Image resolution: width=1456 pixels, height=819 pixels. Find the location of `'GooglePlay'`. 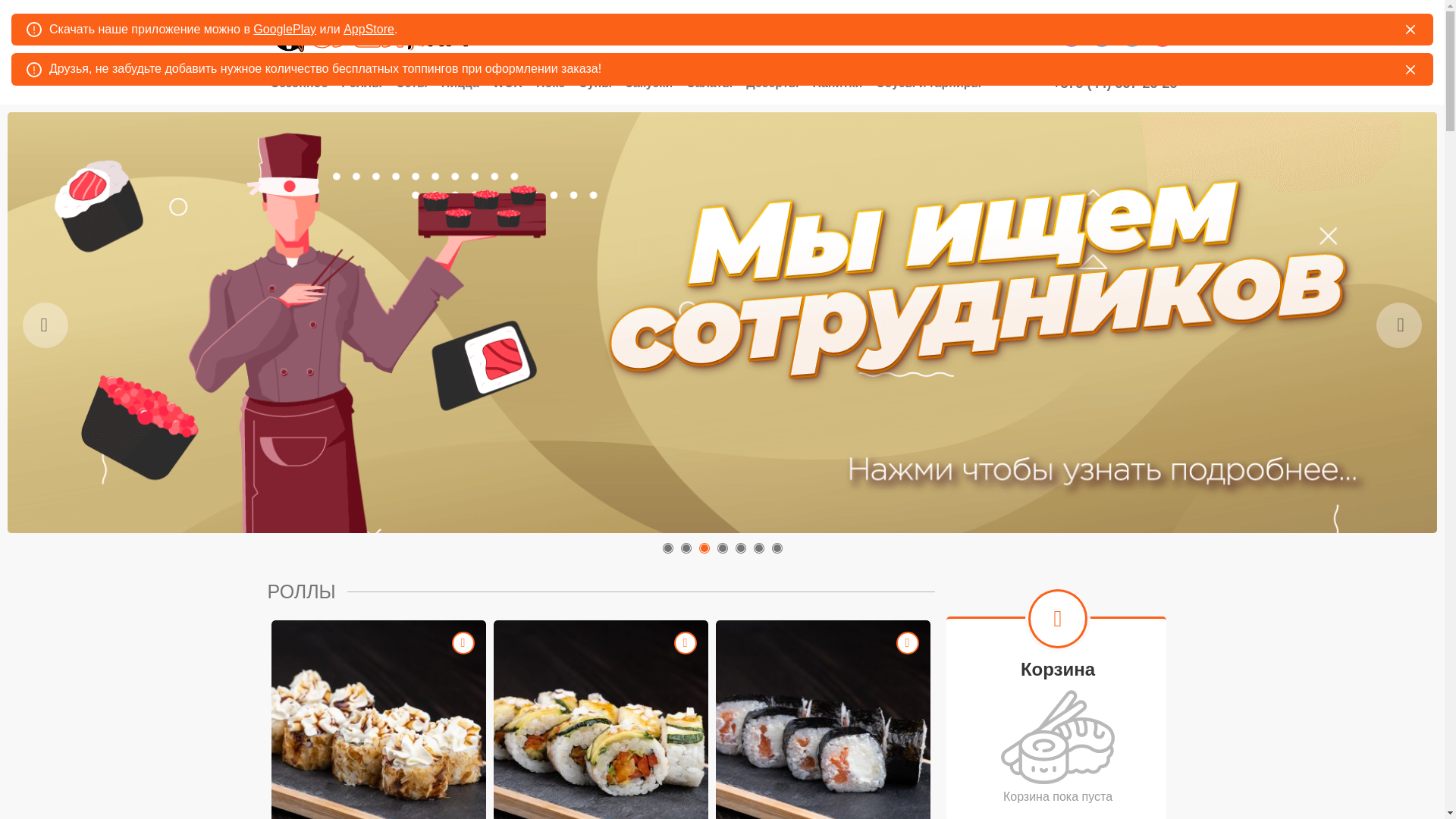

'GooglePlay' is located at coordinates (284, 29).